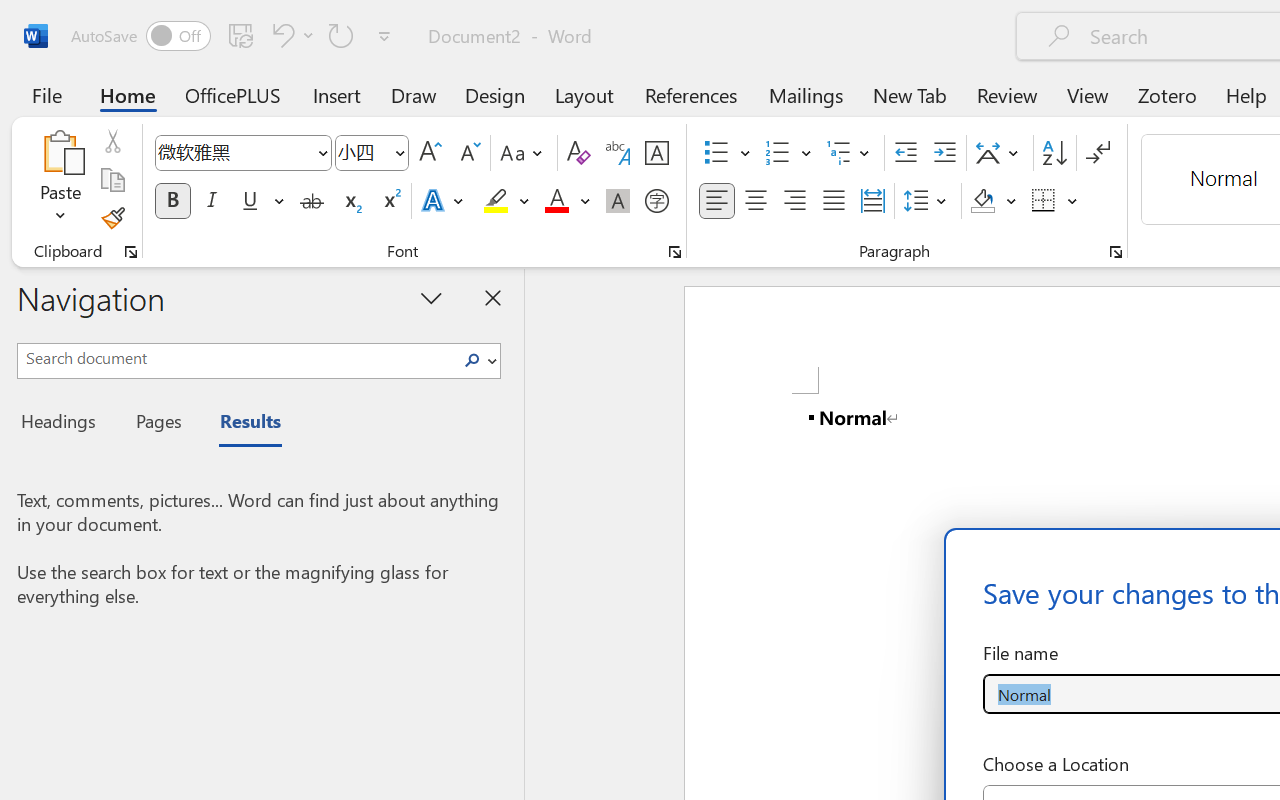 The image size is (1280, 800). I want to click on 'Search', so click(477, 360).